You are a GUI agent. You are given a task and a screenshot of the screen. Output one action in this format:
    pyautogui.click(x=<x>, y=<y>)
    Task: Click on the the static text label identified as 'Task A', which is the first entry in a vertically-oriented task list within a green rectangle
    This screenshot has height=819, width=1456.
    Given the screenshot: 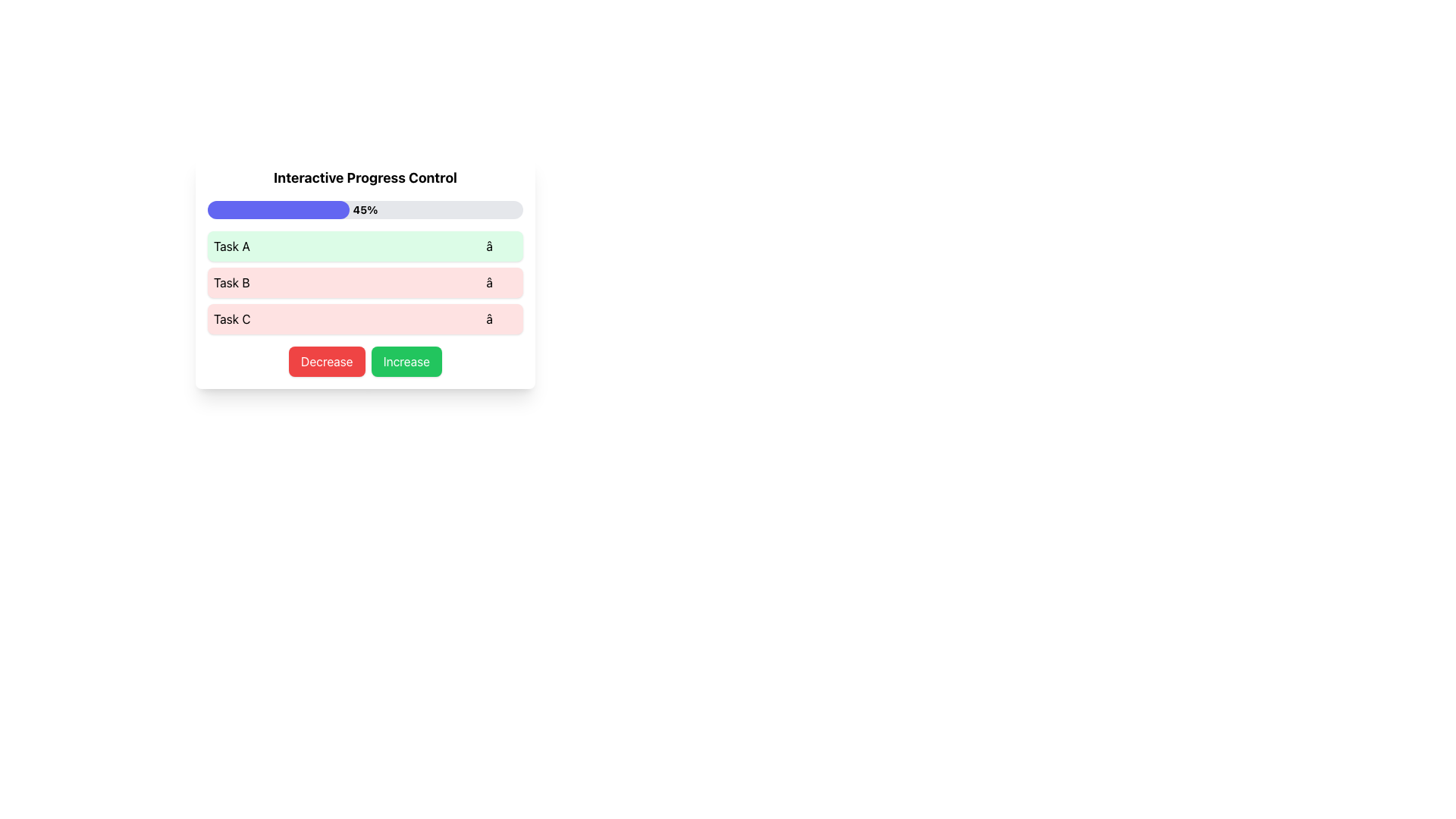 What is the action you would take?
    pyautogui.click(x=231, y=245)
    